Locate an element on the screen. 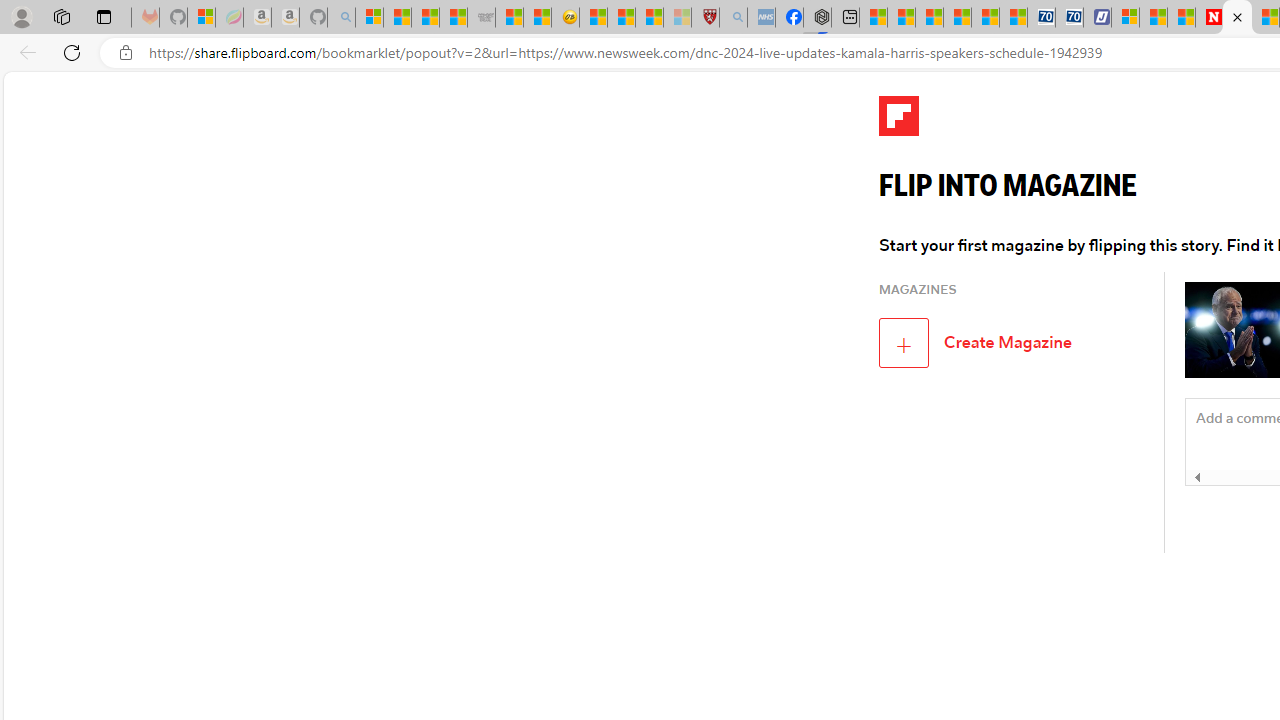  'Microsoft-Report a Concern to Bing' is located at coordinates (201, 17).